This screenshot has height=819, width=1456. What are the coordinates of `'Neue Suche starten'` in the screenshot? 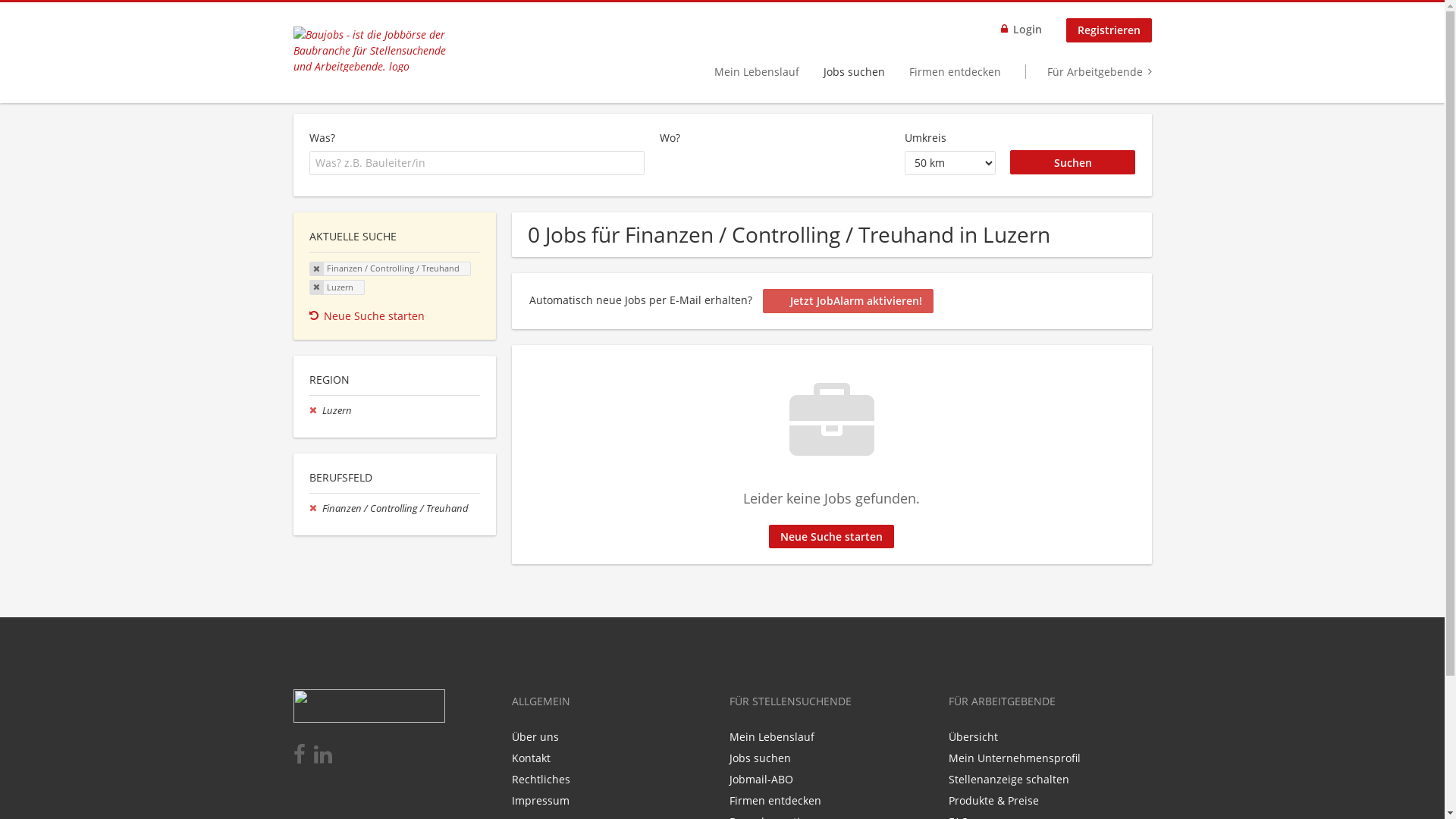 It's located at (309, 315).